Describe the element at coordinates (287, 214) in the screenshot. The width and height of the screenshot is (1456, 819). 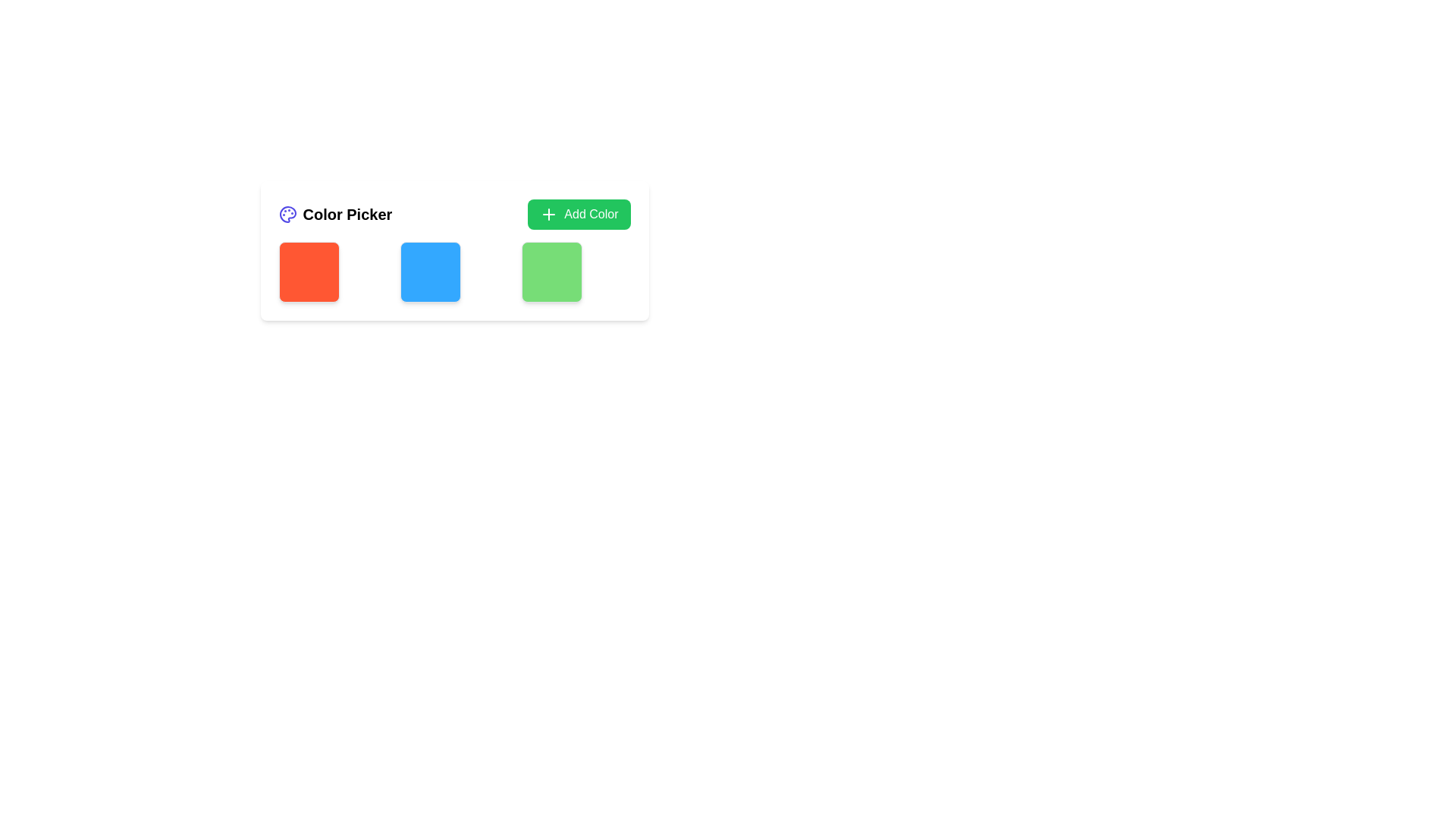
I see `the circular color palette icon with a purple outline and multiple small circles, located to the left of the 'Color Picker' text` at that location.